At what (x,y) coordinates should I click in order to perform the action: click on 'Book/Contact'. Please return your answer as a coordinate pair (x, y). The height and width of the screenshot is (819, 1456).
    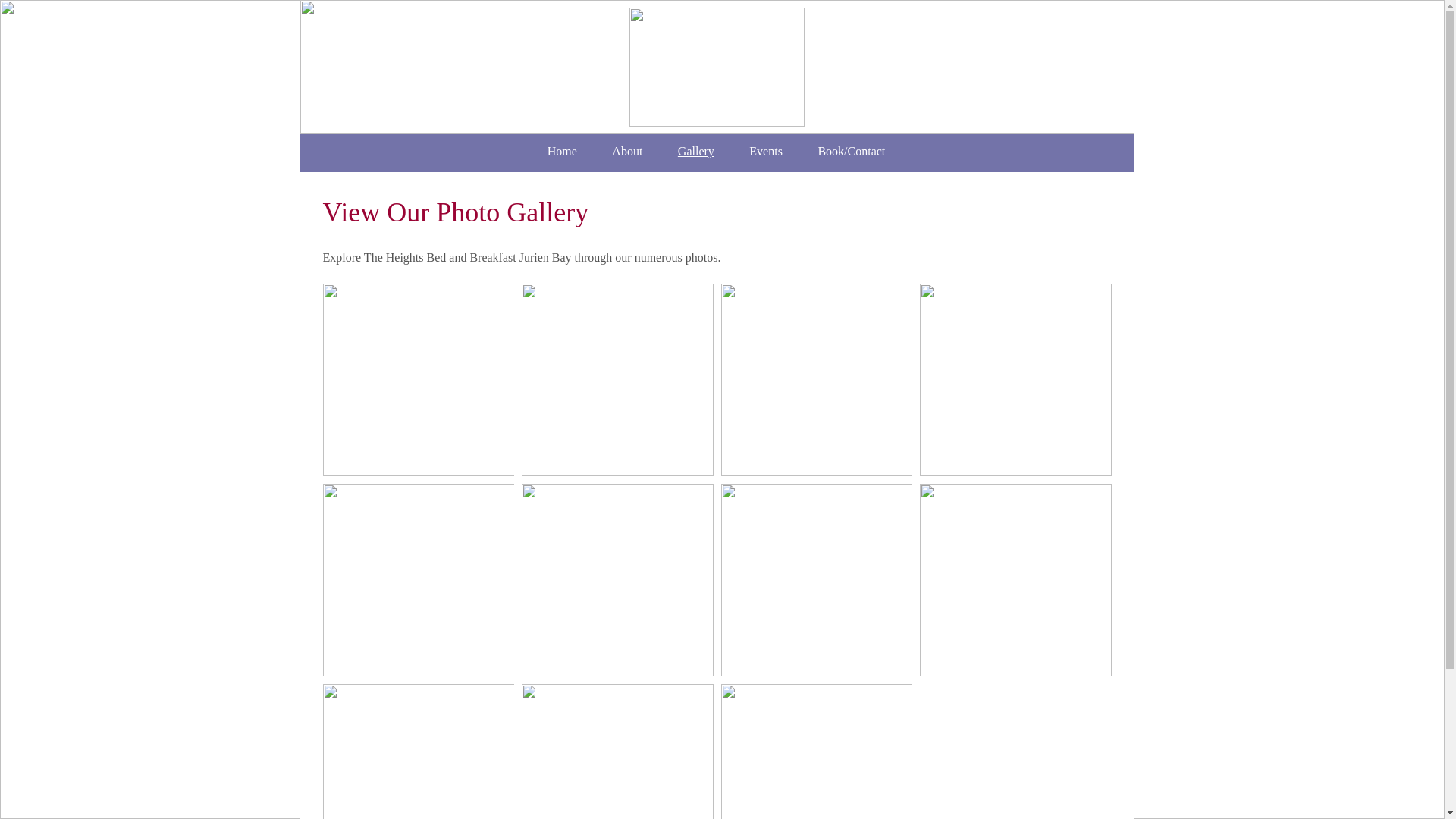
    Looking at the image, I should click on (851, 152).